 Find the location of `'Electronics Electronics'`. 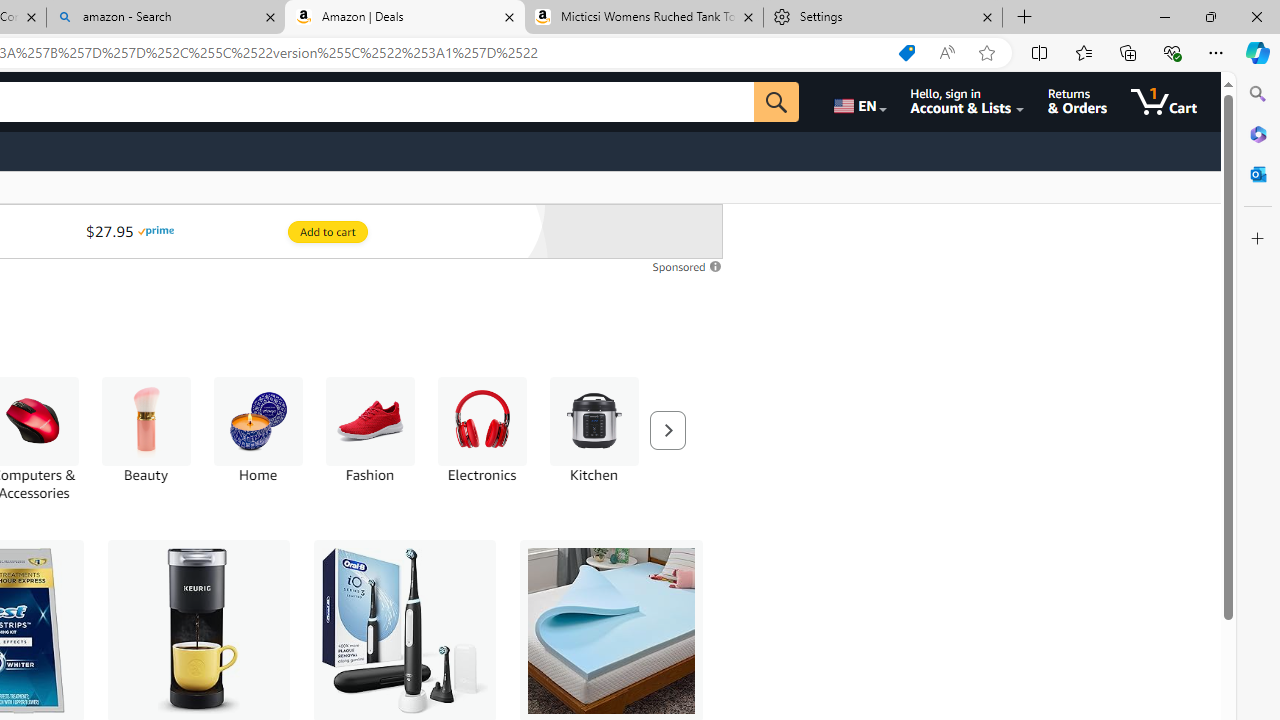

'Electronics Electronics' is located at coordinates (481, 429).